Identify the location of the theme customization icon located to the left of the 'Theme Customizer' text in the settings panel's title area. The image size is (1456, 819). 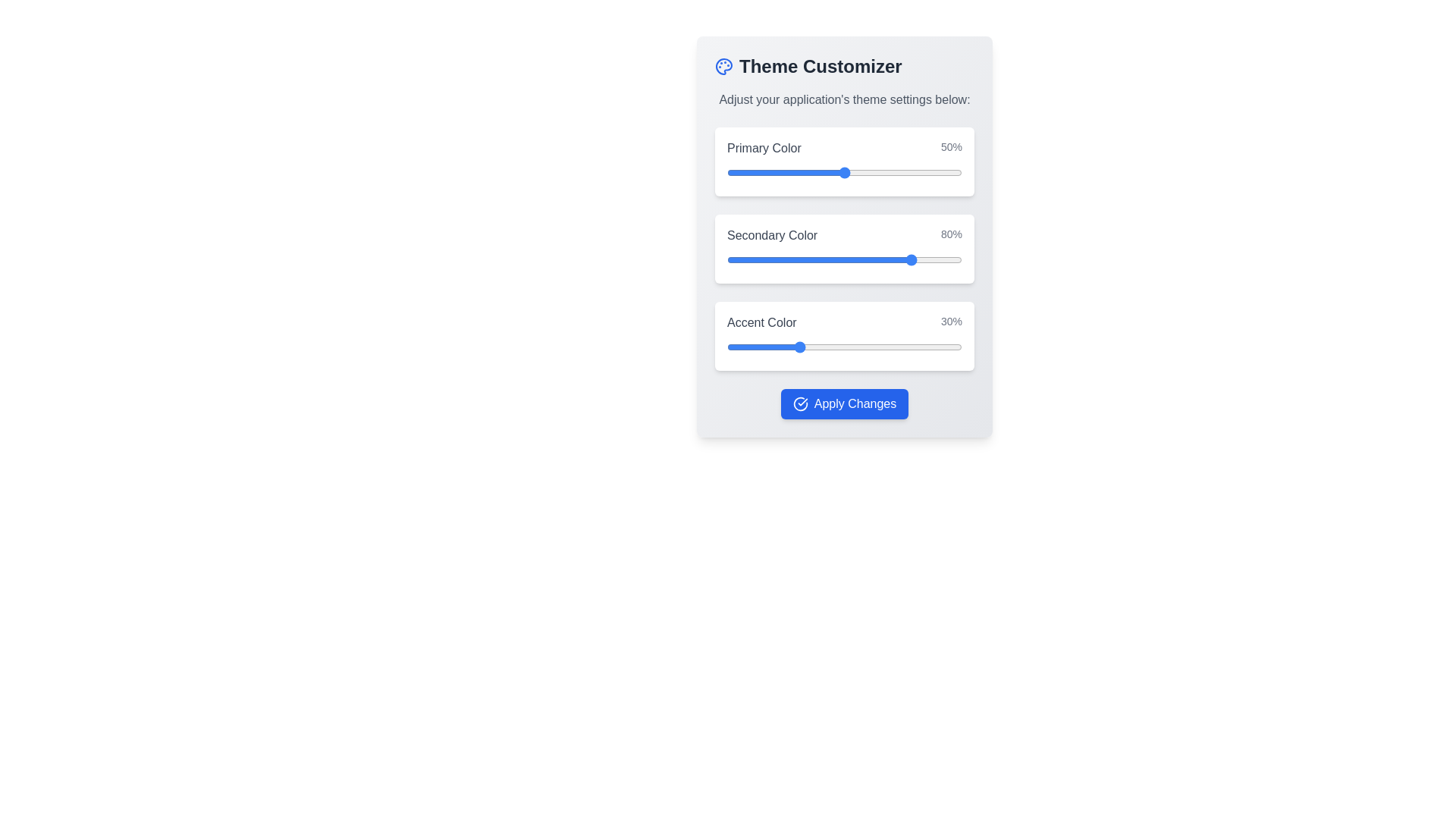
(723, 66).